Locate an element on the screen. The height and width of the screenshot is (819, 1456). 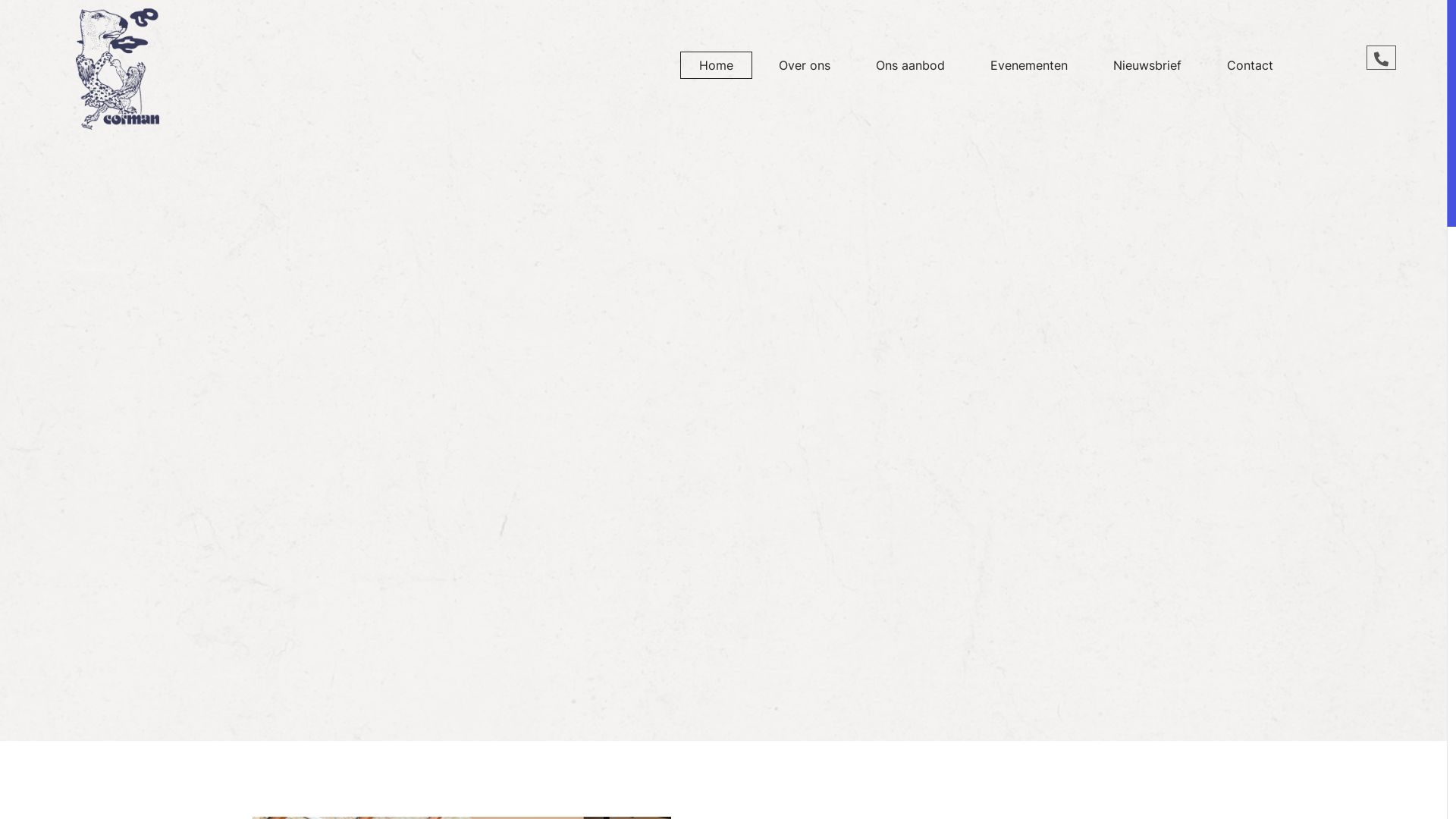
'Nieuwsbrief' is located at coordinates (1147, 64).